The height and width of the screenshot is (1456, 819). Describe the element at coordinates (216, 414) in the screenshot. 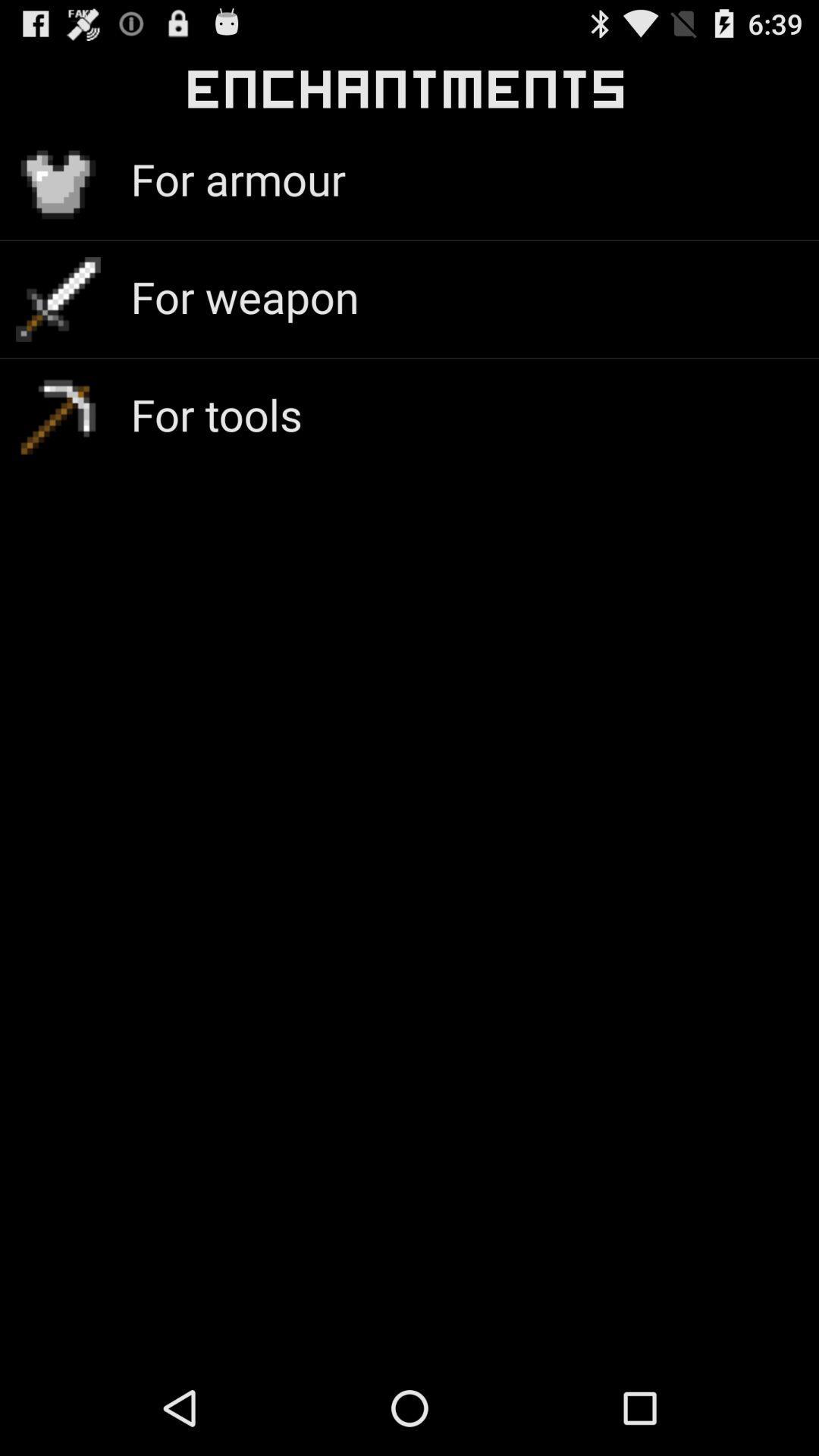

I see `app below for weapon` at that location.